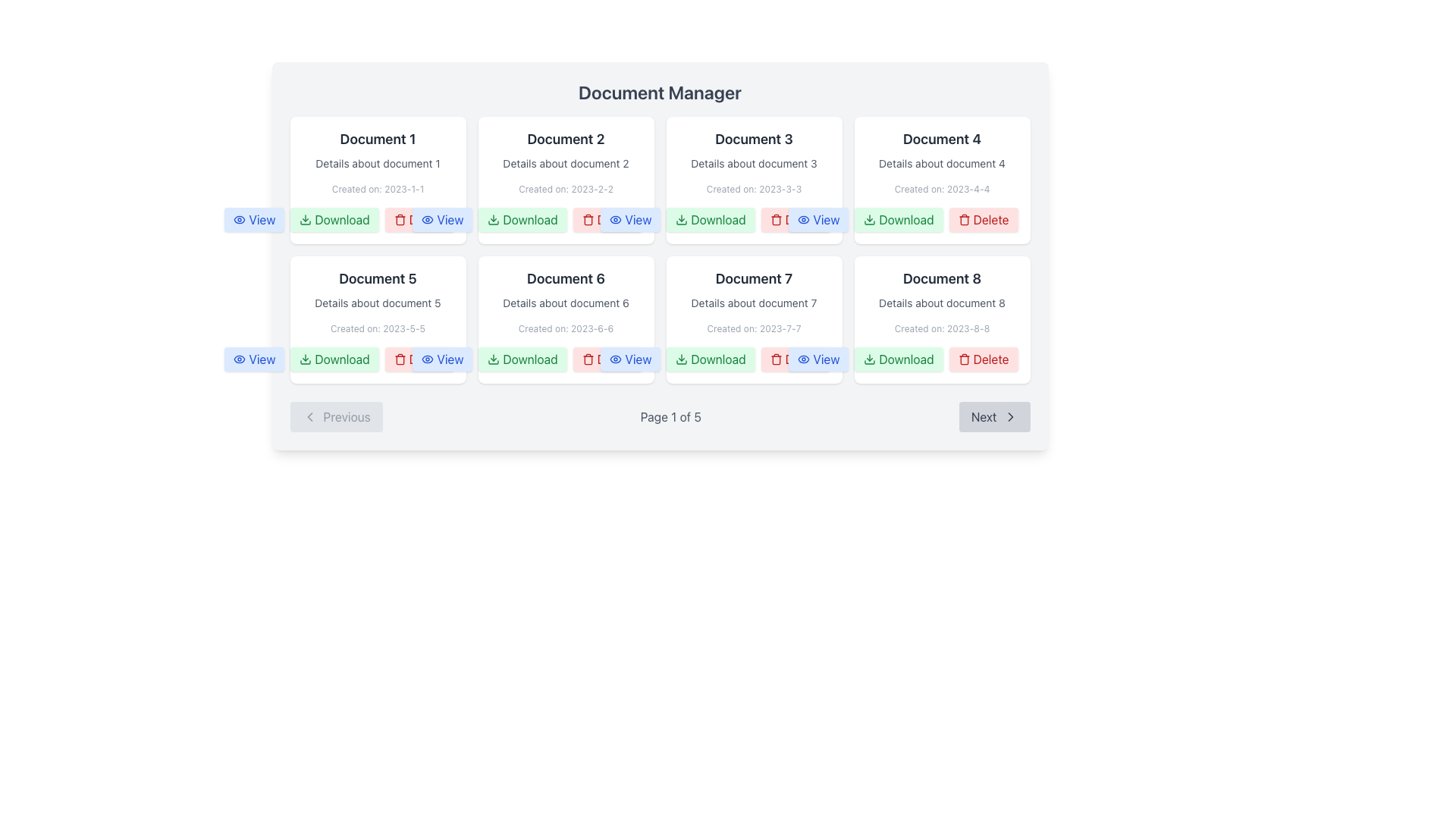  I want to click on the 'View' button located, so click(818, 219).